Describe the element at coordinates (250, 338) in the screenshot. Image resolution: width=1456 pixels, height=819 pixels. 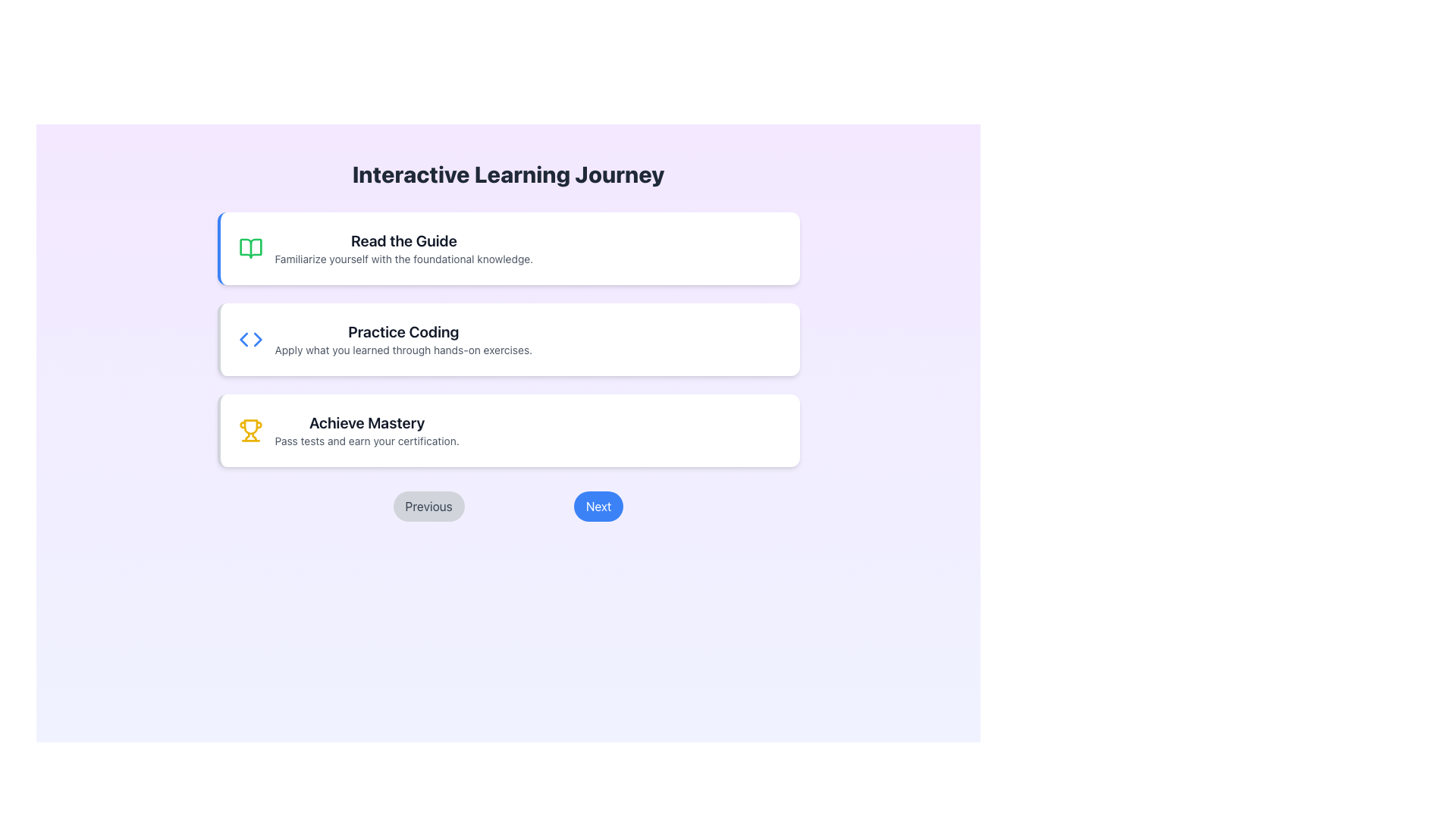
I see `the SVG Icon representing coding within the 'Practice Coding' card, which emphasizes the related textual content` at that location.